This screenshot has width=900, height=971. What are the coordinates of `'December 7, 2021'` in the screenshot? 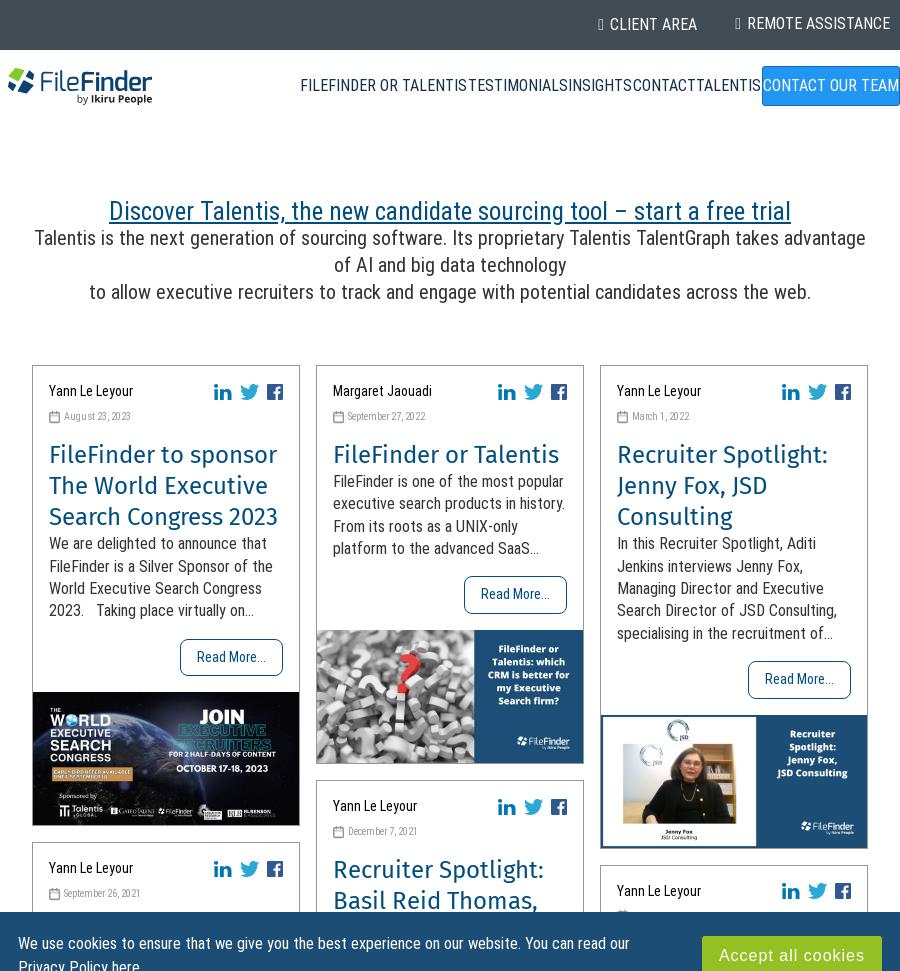 It's located at (348, 830).